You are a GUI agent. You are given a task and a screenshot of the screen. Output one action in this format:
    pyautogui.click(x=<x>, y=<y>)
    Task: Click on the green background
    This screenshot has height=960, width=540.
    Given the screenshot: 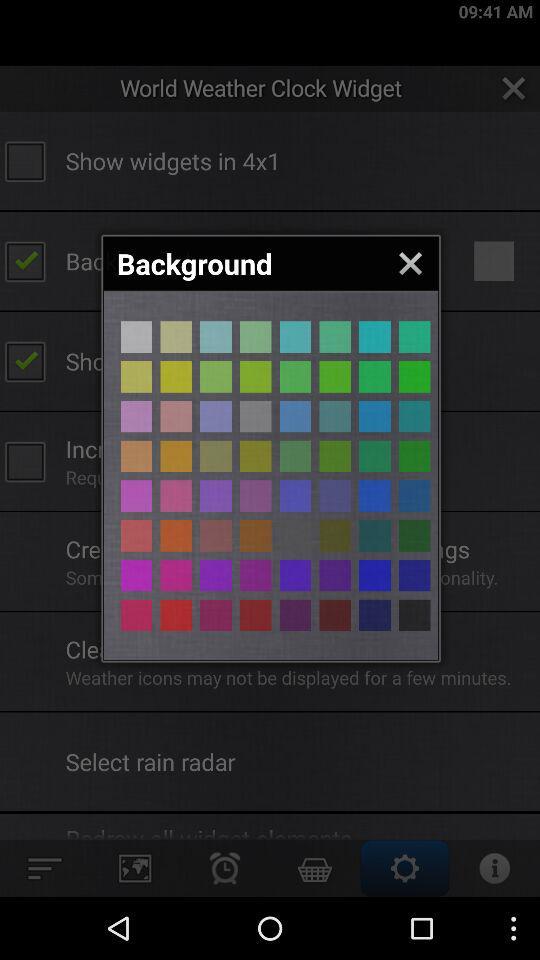 What is the action you would take?
    pyautogui.click(x=413, y=456)
    